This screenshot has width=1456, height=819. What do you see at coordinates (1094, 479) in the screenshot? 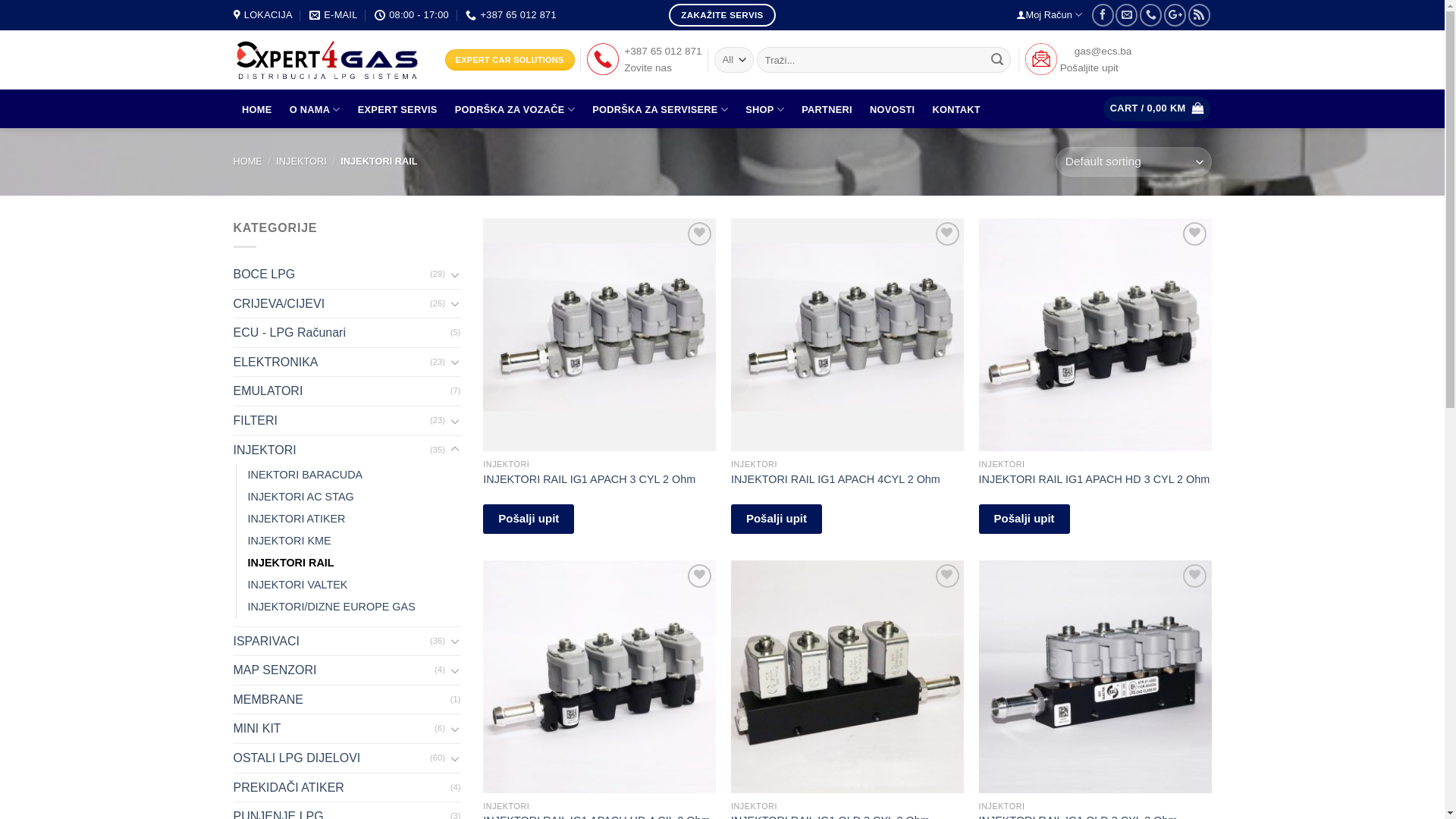
I see `'INJEKTORI RAIL IG1 APACH HD 3 CYL 2 Ohm'` at bounding box center [1094, 479].